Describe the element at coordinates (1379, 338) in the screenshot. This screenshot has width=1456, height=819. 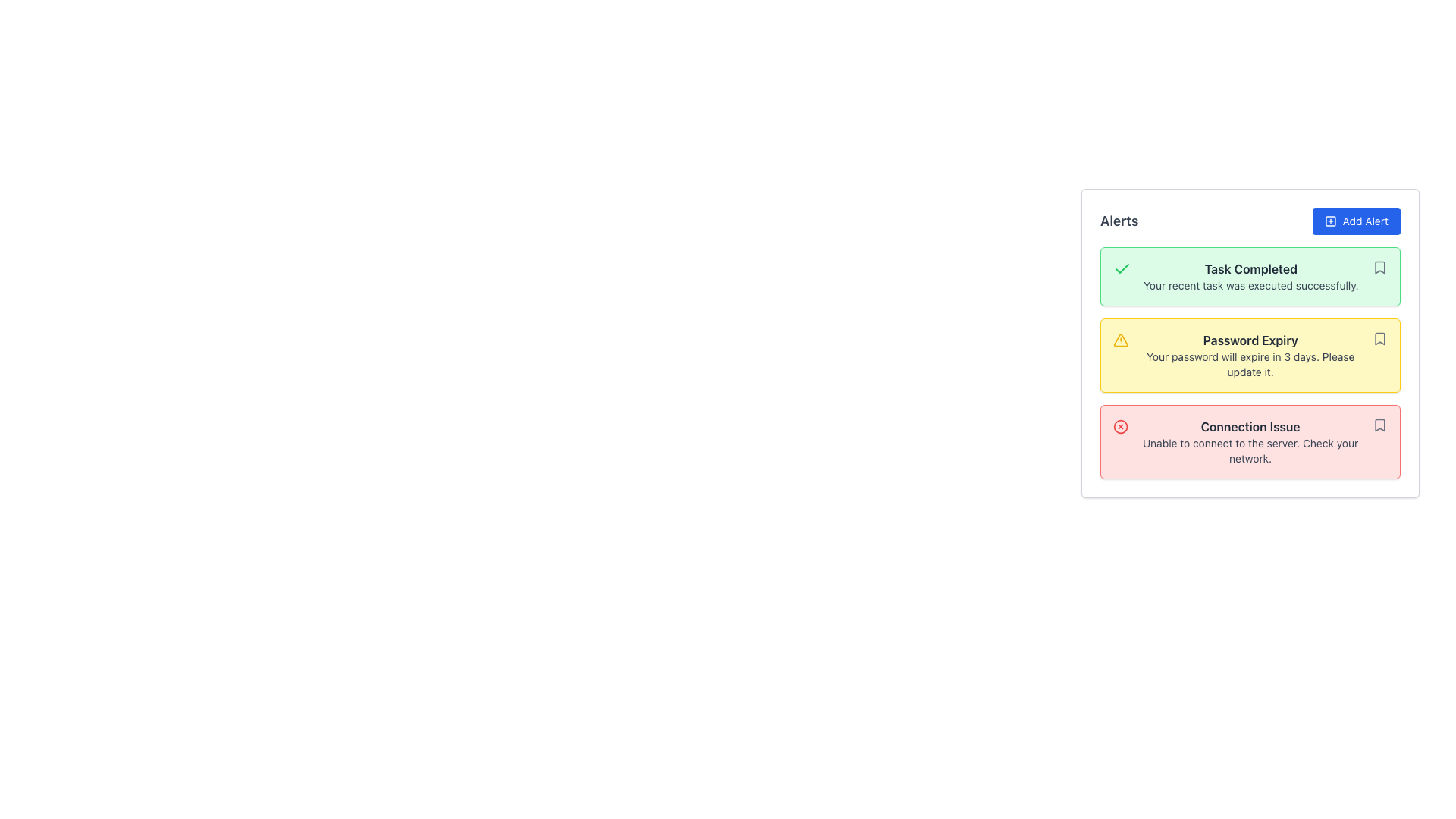
I see `the small bookmark-like icon located on the right side of the 'Password Expiry' notification box` at that location.